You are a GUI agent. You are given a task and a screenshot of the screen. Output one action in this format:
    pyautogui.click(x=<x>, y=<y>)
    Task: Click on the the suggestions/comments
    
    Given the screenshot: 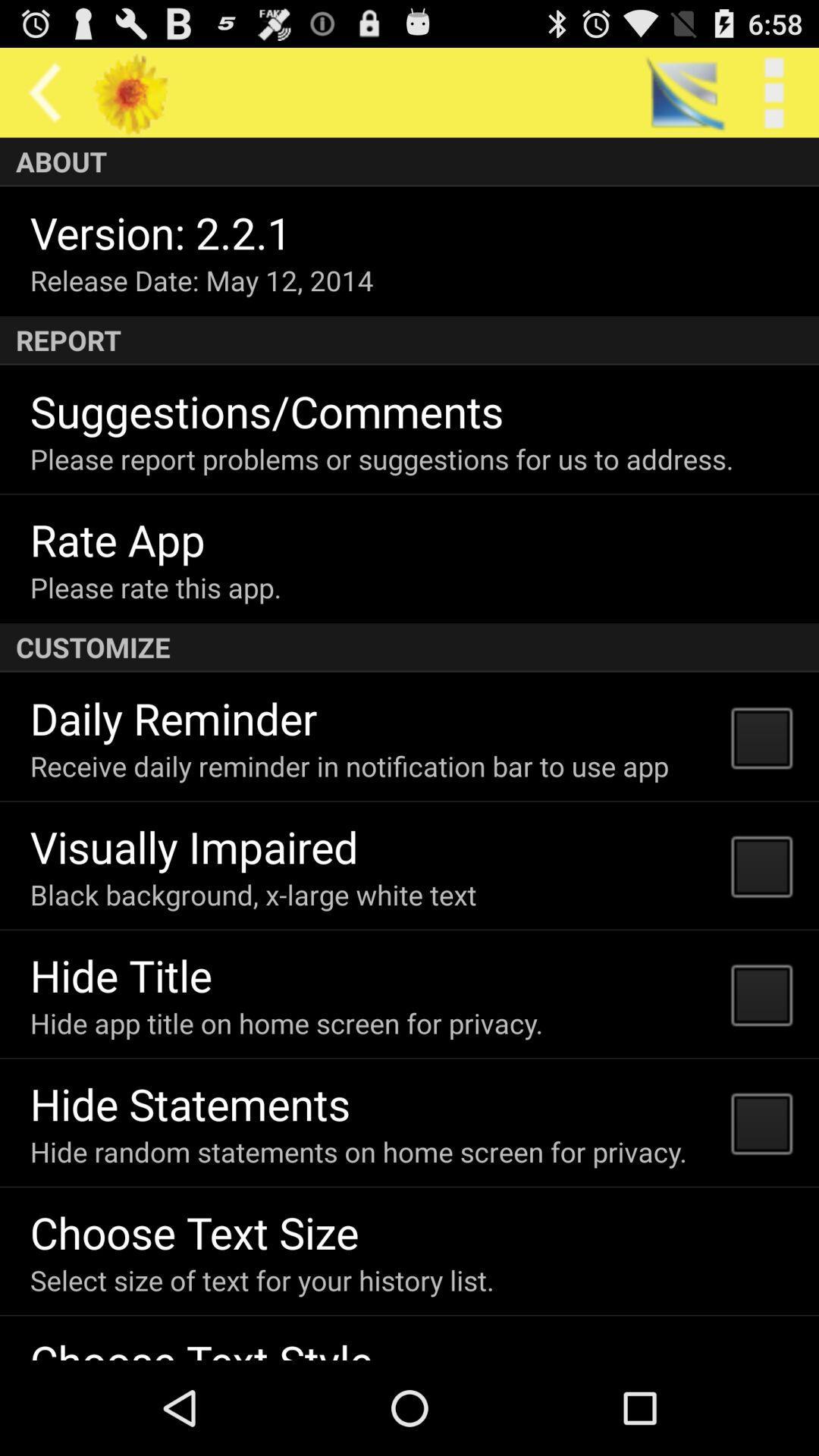 What is the action you would take?
    pyautogui.click(x=266, y=410)
    